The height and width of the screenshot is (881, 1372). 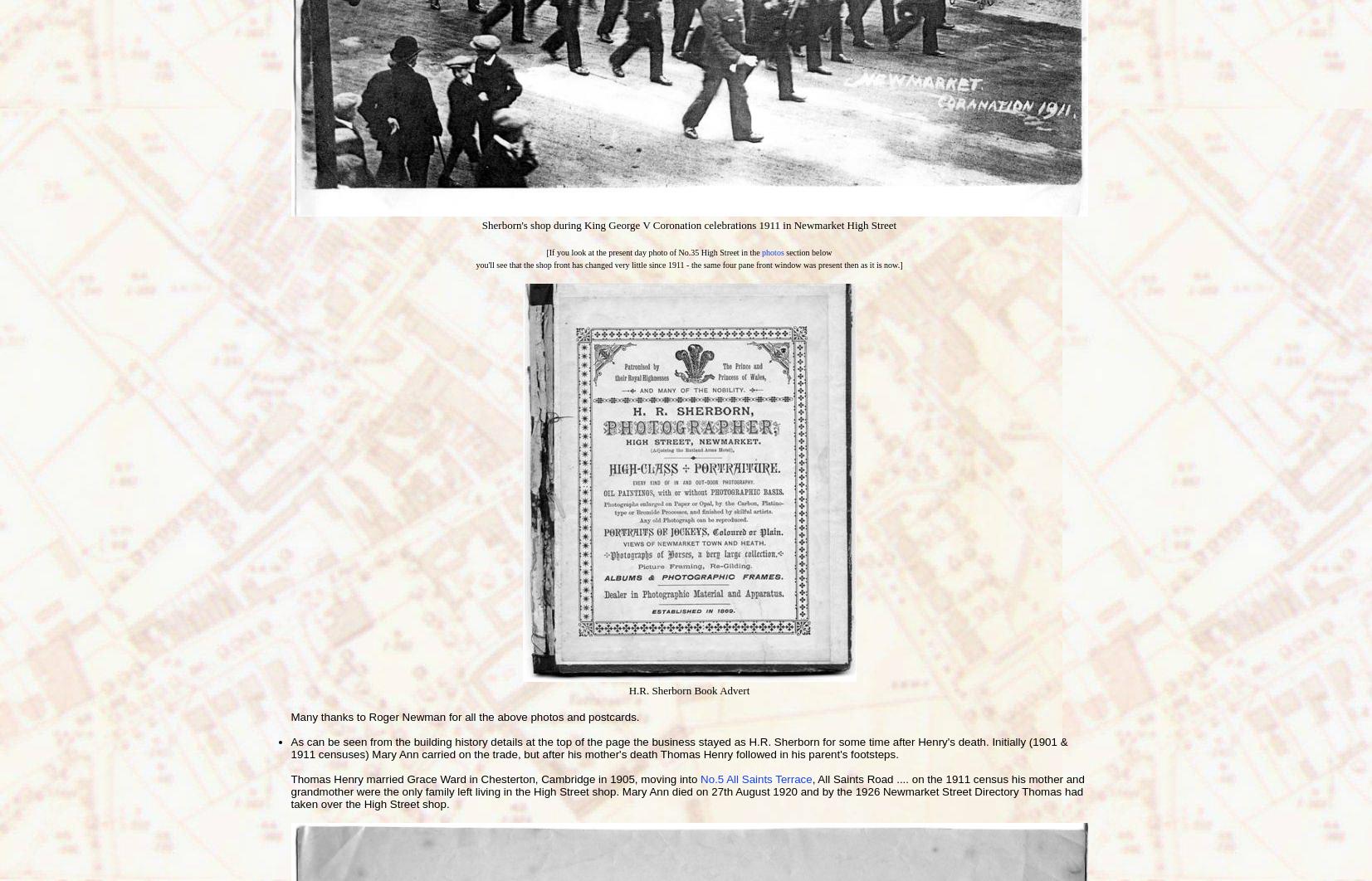 I want to click on 'No.5 All Saints  
              Terrace', so click(x=701, y=778).